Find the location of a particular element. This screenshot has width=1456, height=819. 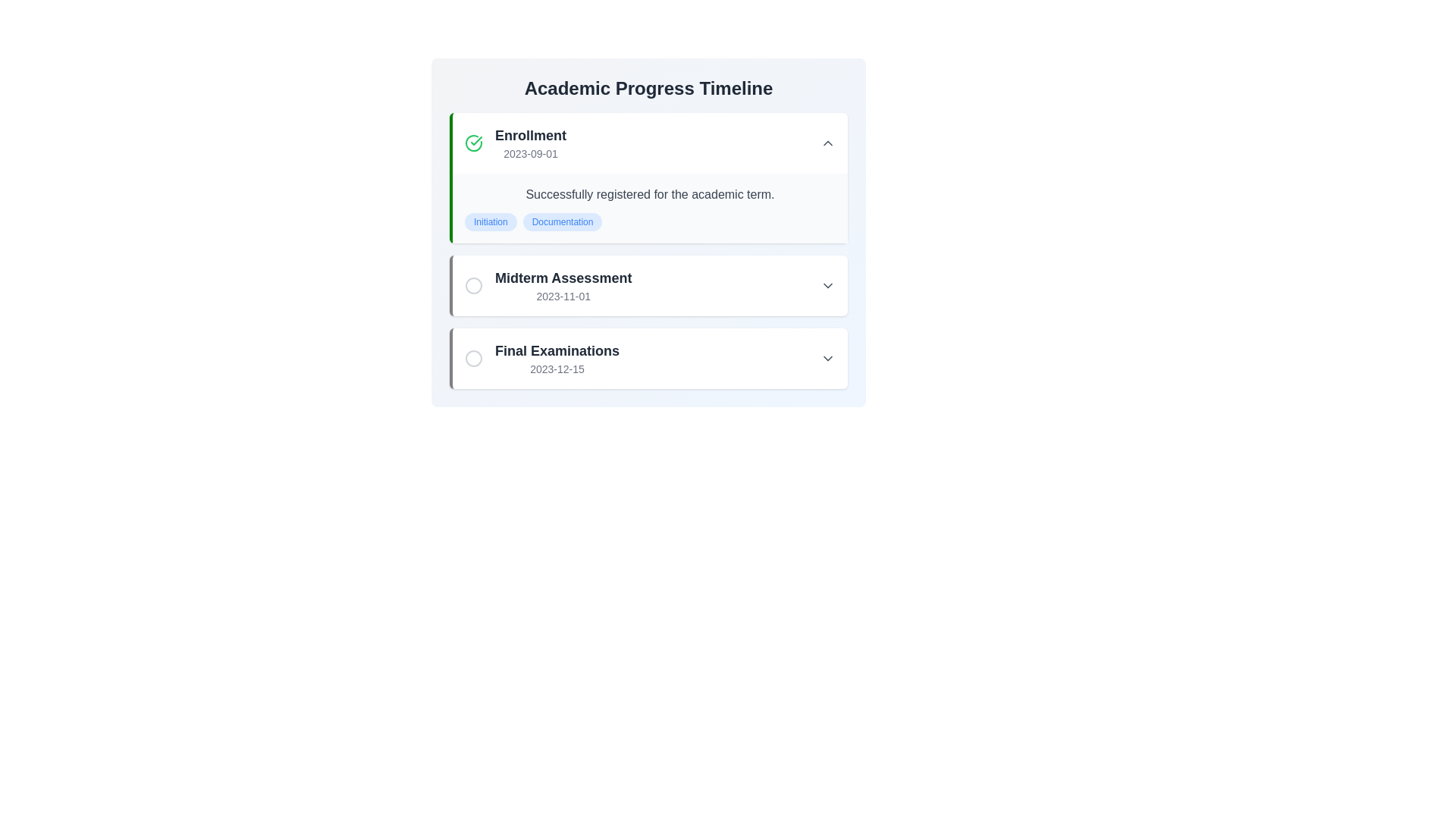

text content of the Text block with stacked labels that displays 'Final Examinations' in bold and '2023-12-15' beneath it, located in the third row of the vertical timeline is located at coordinates (556, 359).